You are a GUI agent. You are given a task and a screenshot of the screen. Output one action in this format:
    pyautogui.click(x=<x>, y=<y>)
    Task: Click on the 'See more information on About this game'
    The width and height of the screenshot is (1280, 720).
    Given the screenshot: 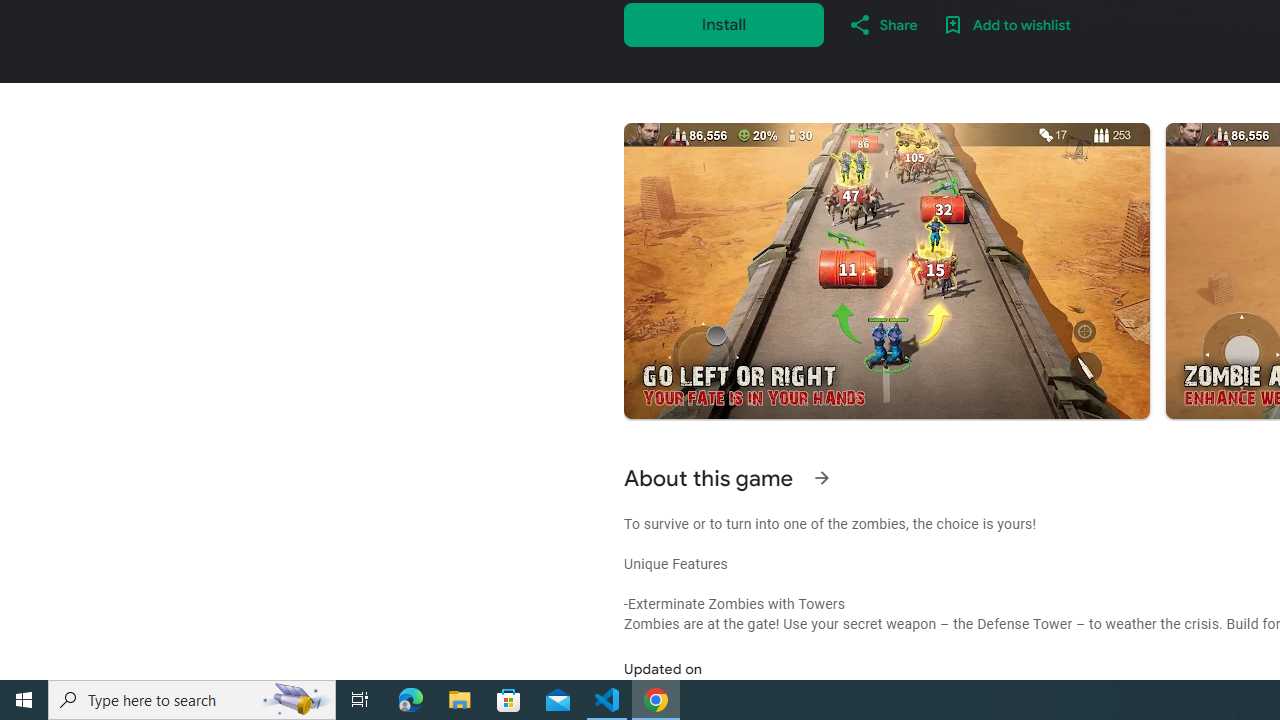 What is the action you would take?
    pyautogui.click(x=821, y=478)
    